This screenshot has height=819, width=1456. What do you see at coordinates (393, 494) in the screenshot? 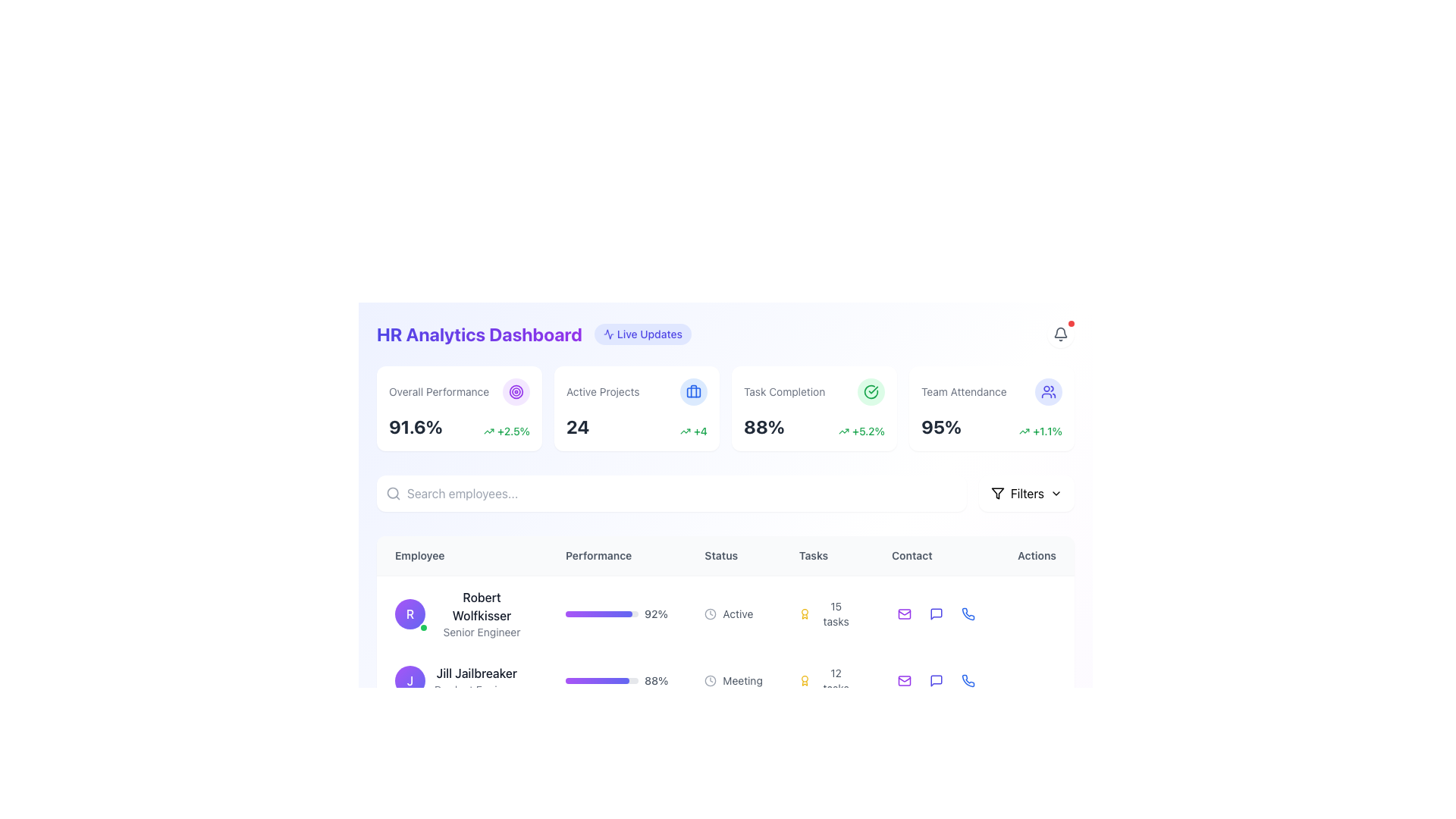
I see `the search icon located at the leftmost area of the search bar, aligned vertically to the center of the placeholder text input field, for visual guidance` at bounding box center [393, 494].